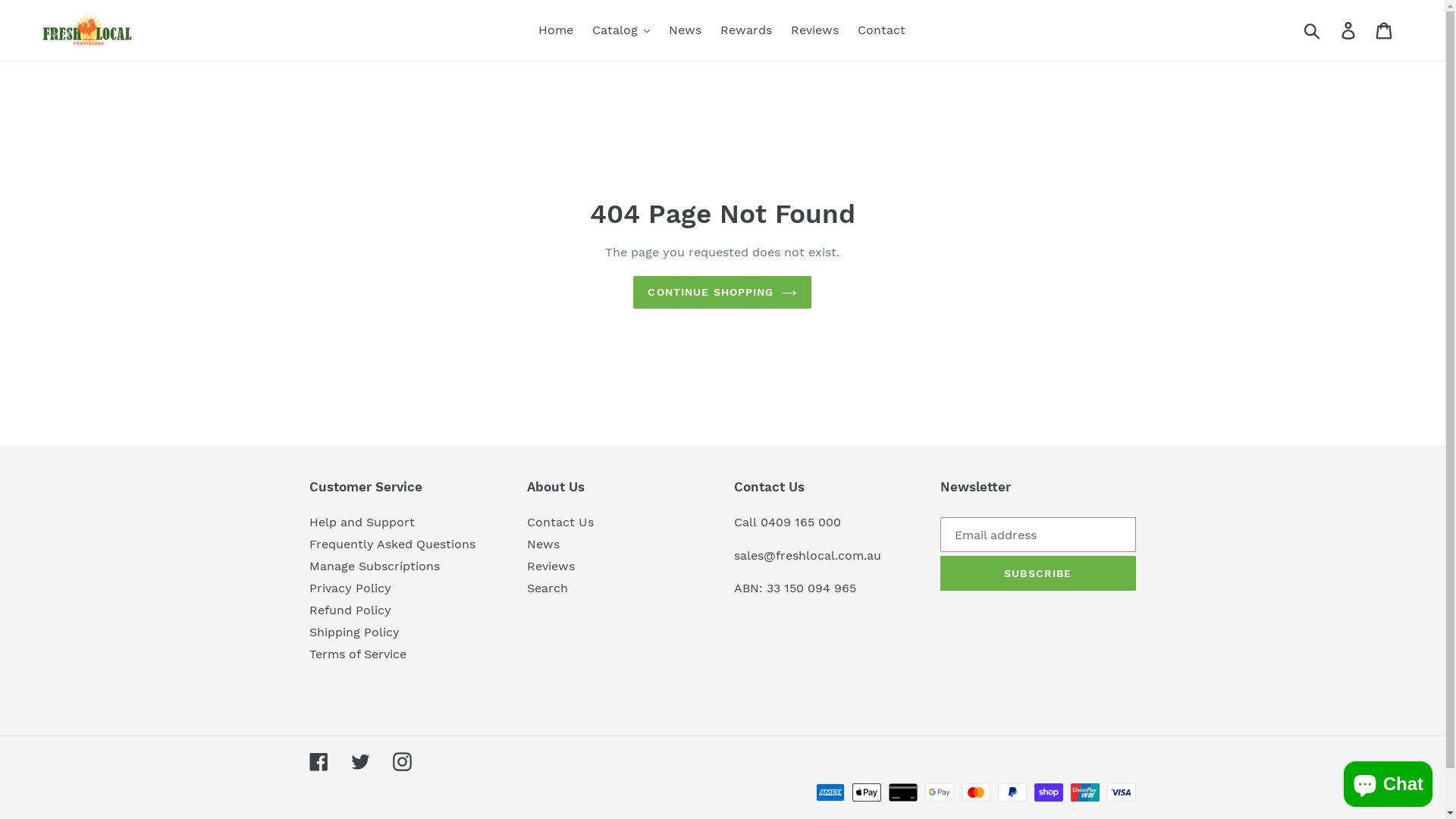 This screenshot has width=1456, height=819. What do you see at coordinates (1312, 30) in the screenshot?
I see `'Submit'` at bounding box center [1312, 30].